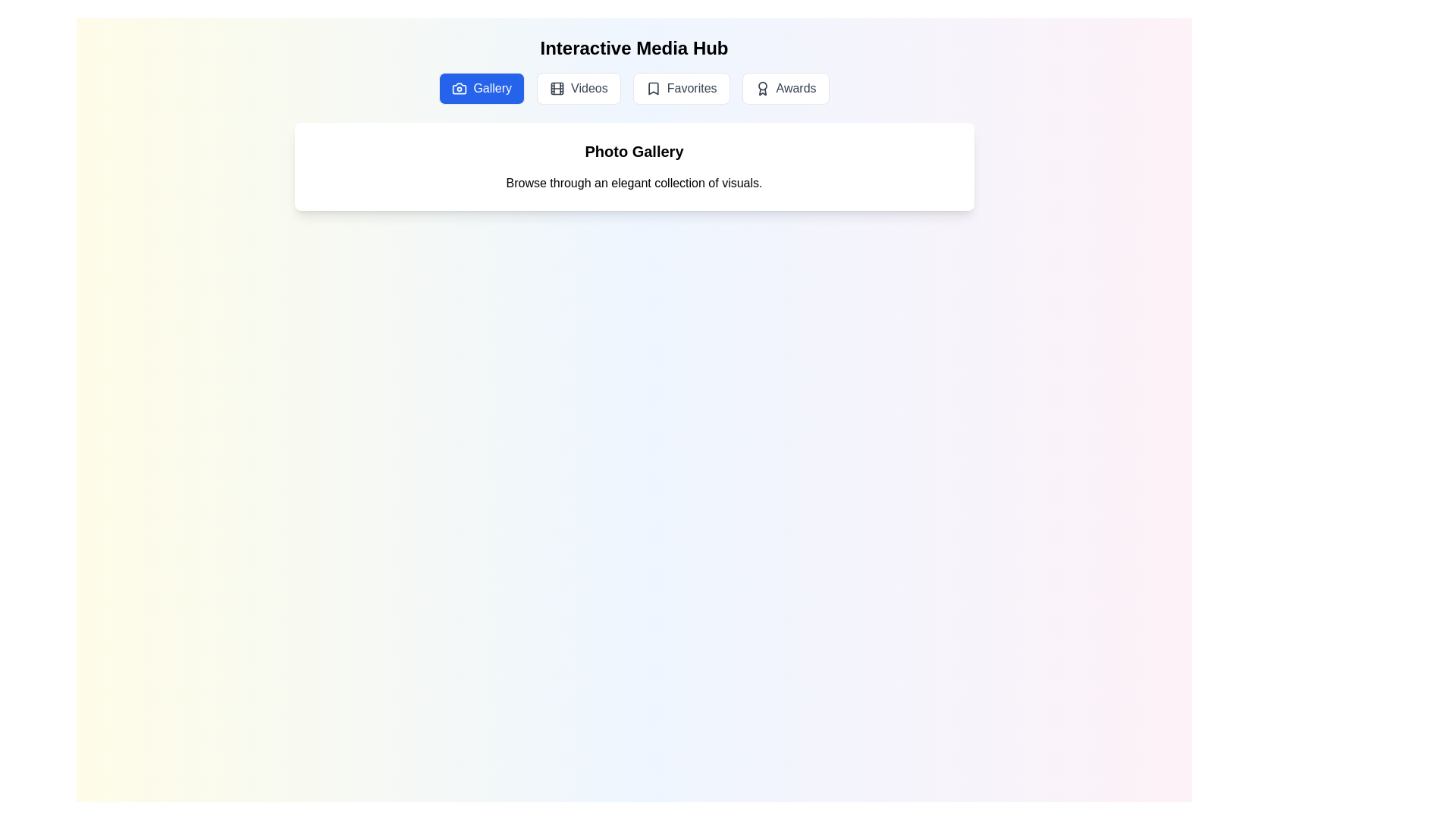 This screenshot has width=1456, height=819. I want to click on the 'Videos' button, which is a rectangular button with rounded corners, displaying the text 'Videos' and a film frame icon, located in the navigation bar between the 'Gallery' and 'Favorites' buttons, so click(578, 88).